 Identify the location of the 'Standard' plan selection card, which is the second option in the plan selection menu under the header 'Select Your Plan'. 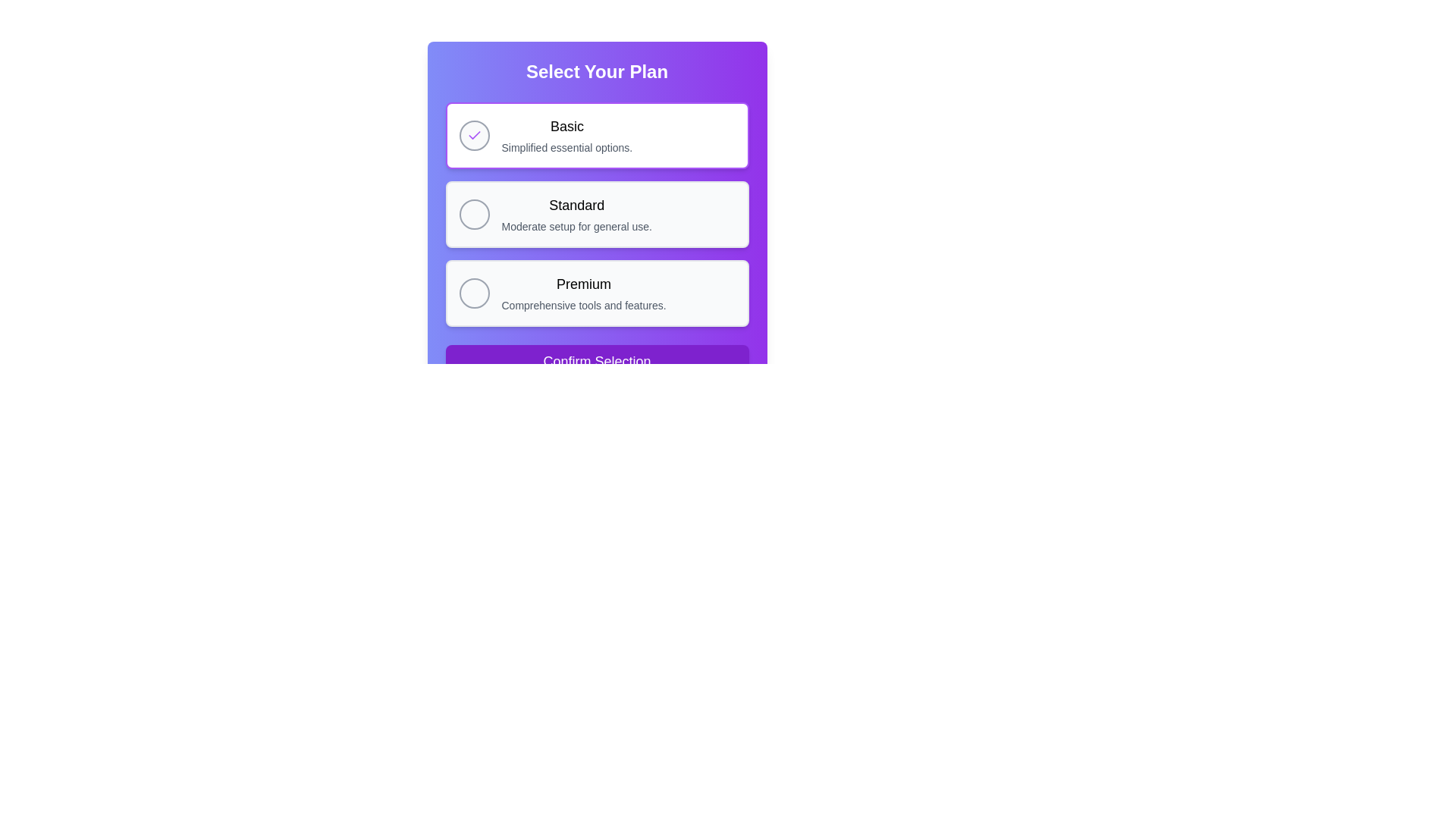
(596, 214).